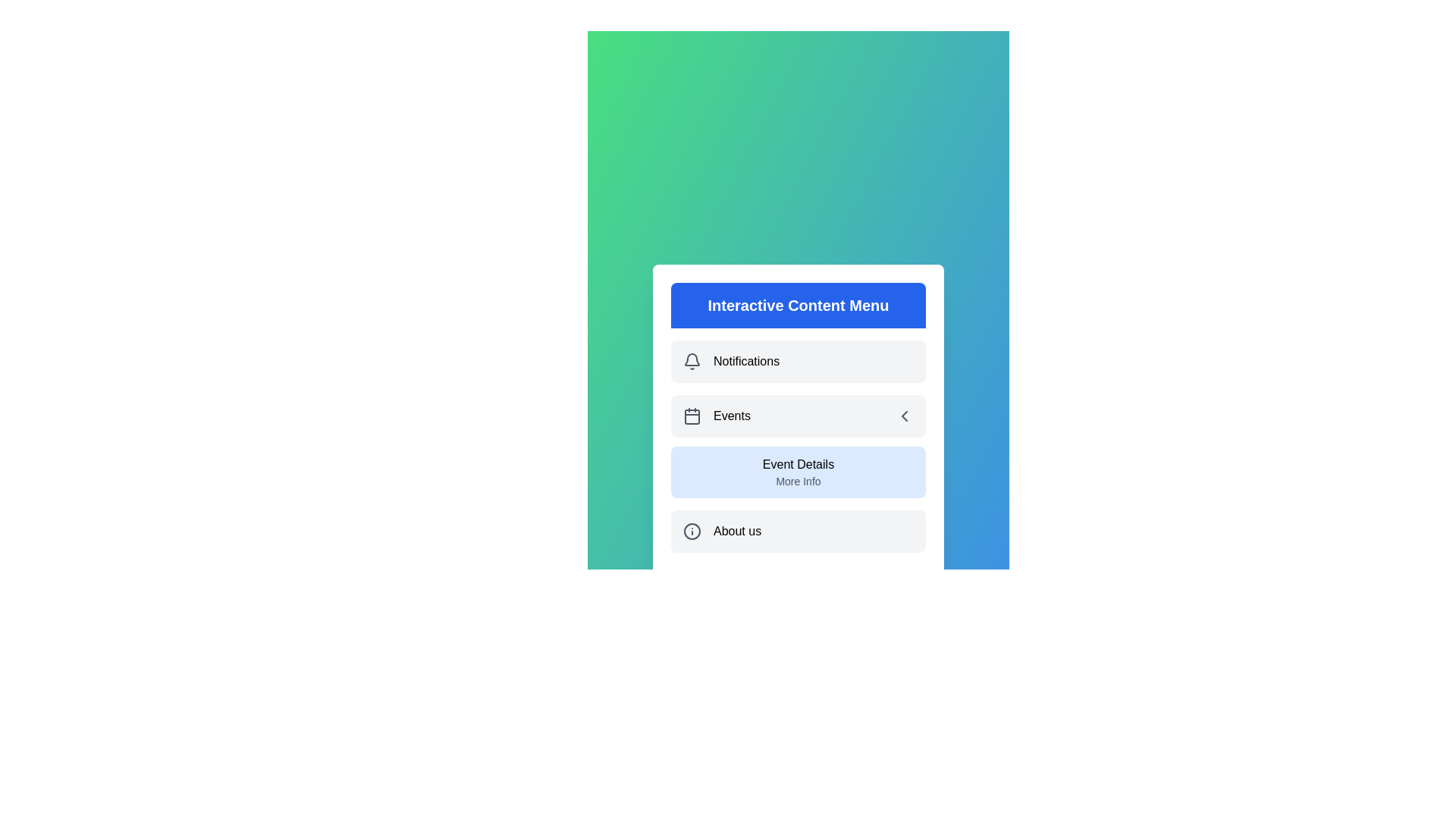 This screenshot has width=1456, height=819. What do you see at coordinates (797, 305) in the screenshot?
I see `the header section of the menu` at bounding box center [797, 305].